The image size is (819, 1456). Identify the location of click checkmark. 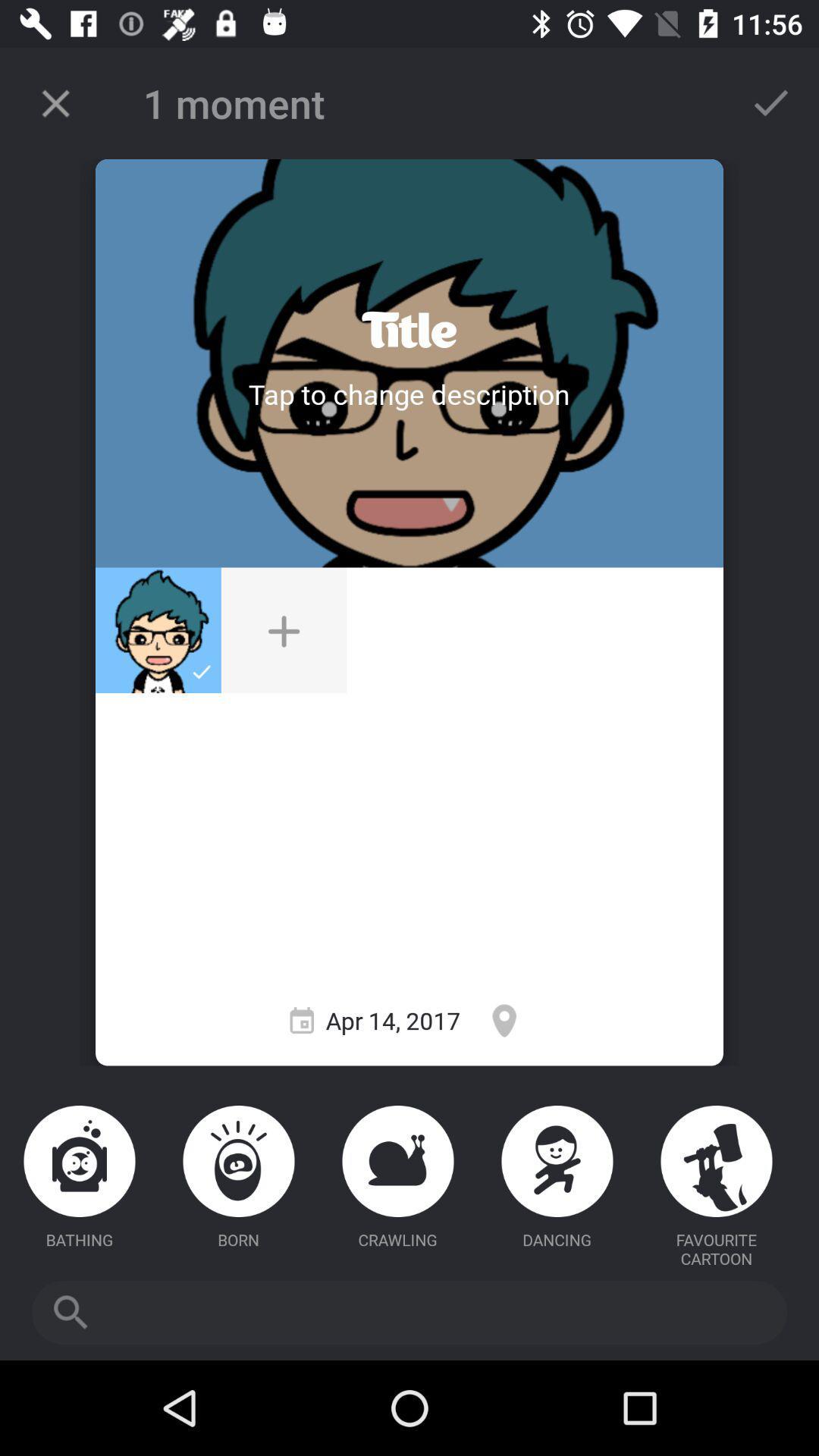
(771, 102).